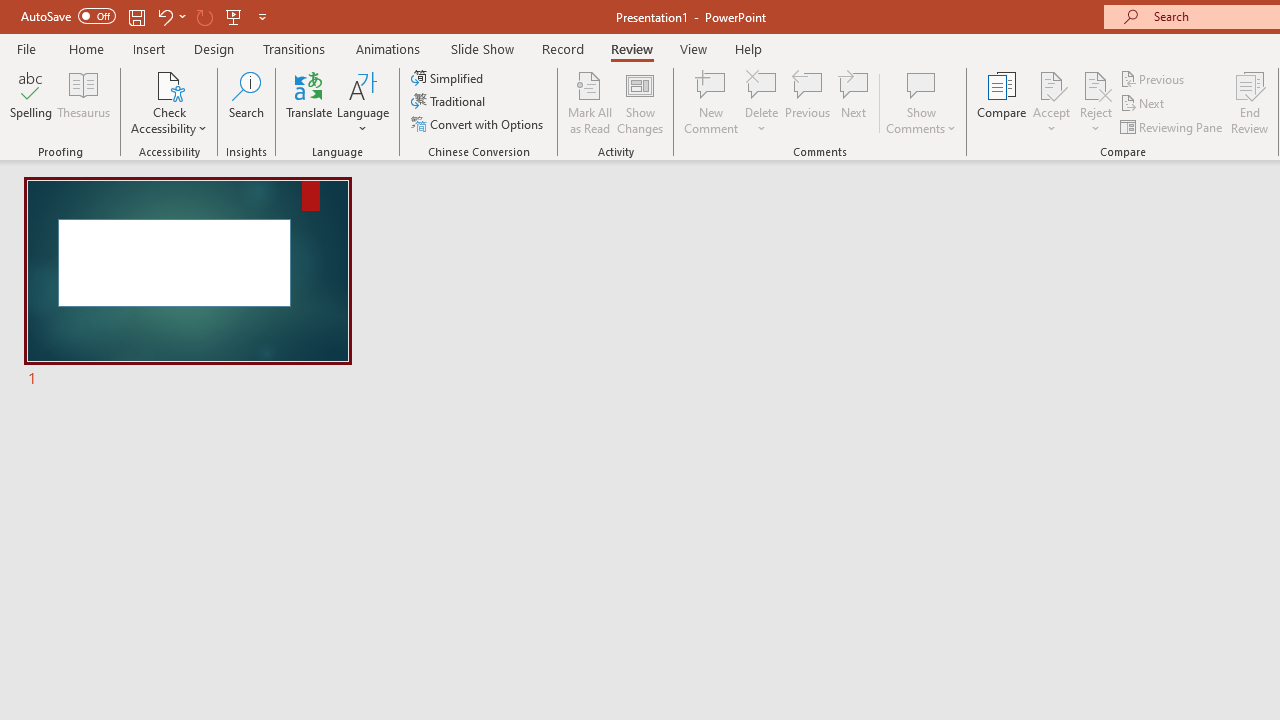 This screenshot has width=1280, height=720. I want to click on 'End Review', so click(1248, 103).